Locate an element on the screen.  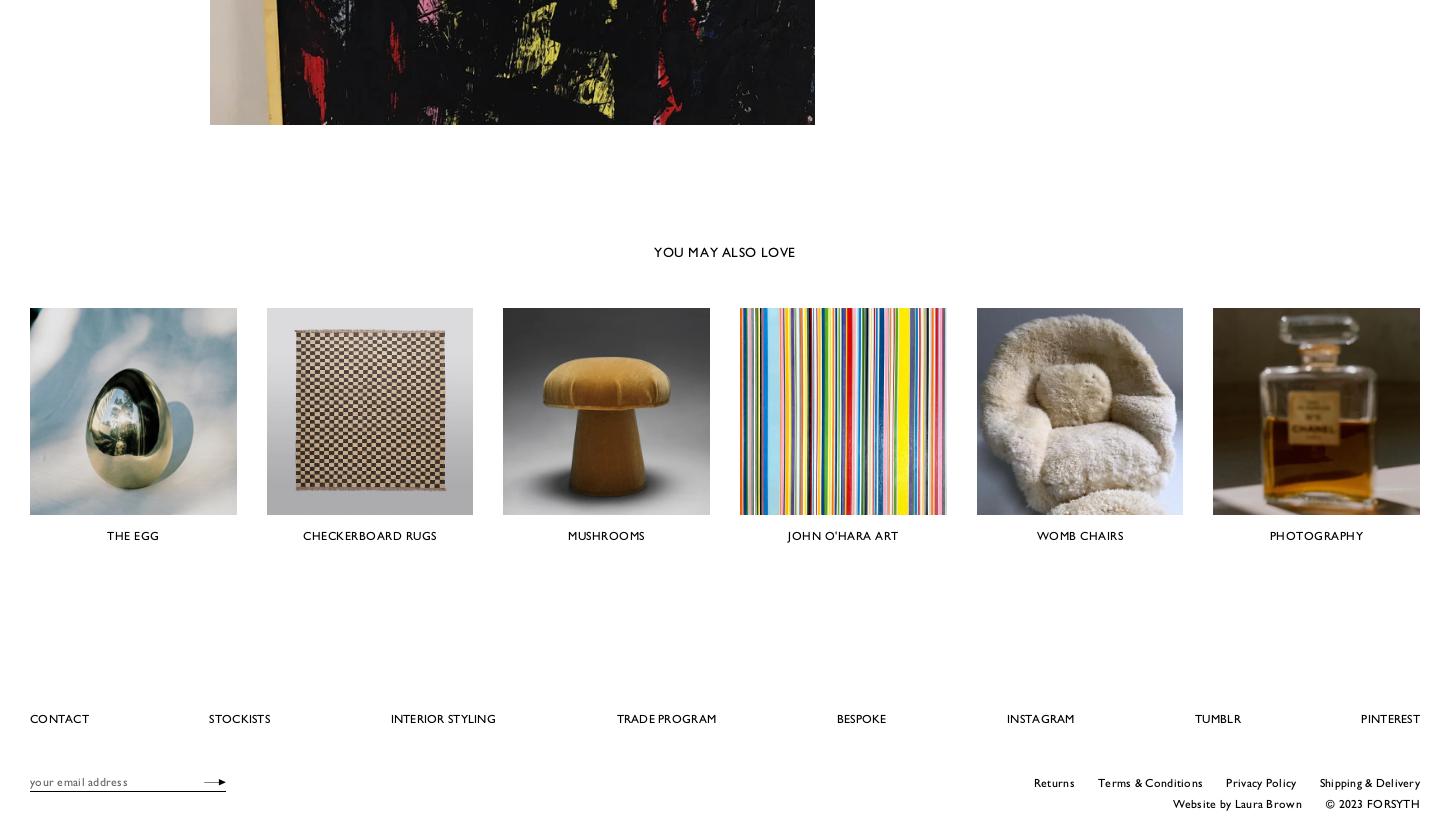
'Interior Styling' is located at coordinates (441, 715).